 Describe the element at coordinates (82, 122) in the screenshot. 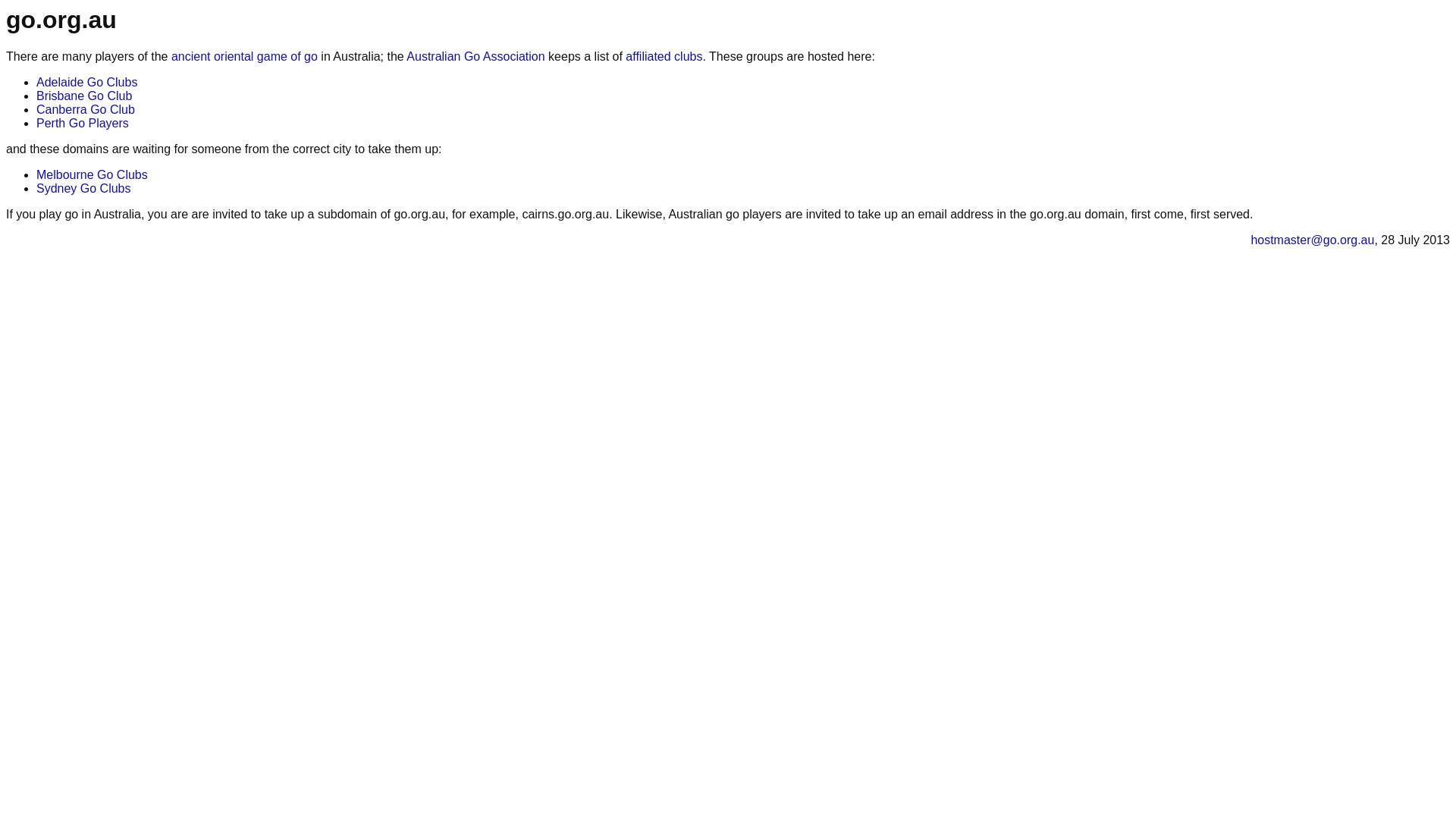

I see `'Perth Go Players'` at that location.